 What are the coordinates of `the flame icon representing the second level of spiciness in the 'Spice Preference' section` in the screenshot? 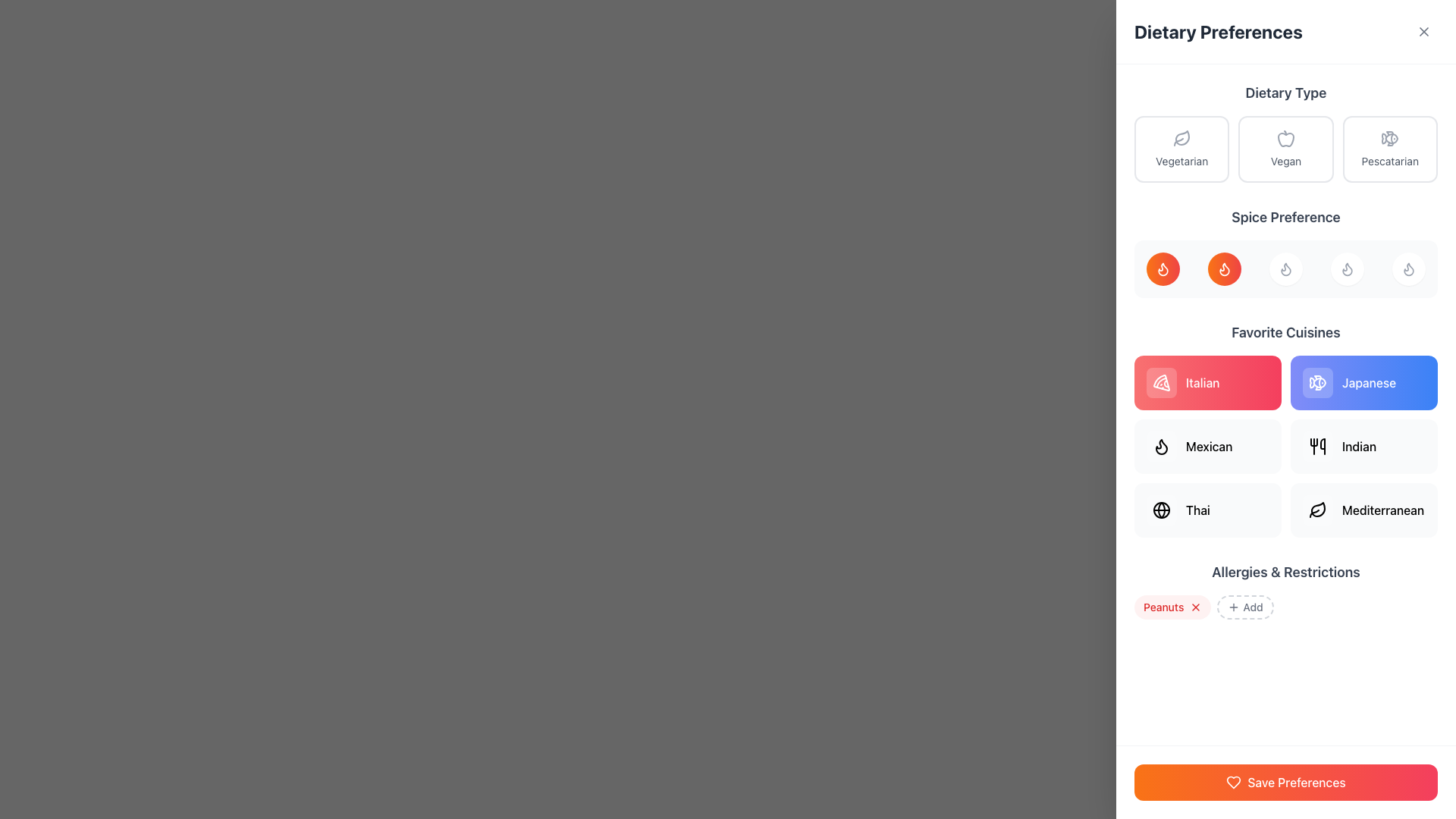 It's located at (1160, 446).